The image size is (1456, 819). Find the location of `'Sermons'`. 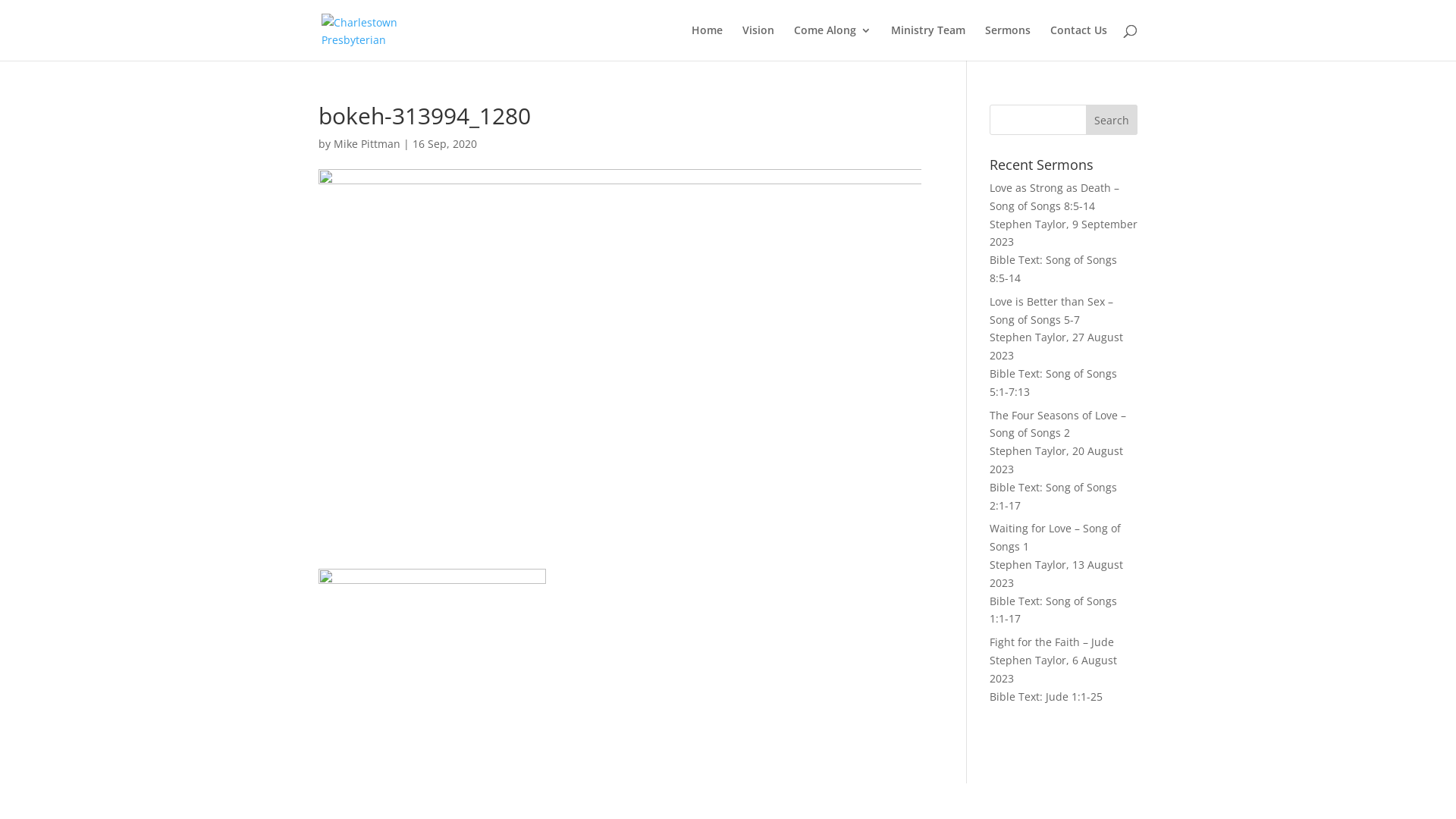

'Sermons' is located at coordinates (1008, 42).